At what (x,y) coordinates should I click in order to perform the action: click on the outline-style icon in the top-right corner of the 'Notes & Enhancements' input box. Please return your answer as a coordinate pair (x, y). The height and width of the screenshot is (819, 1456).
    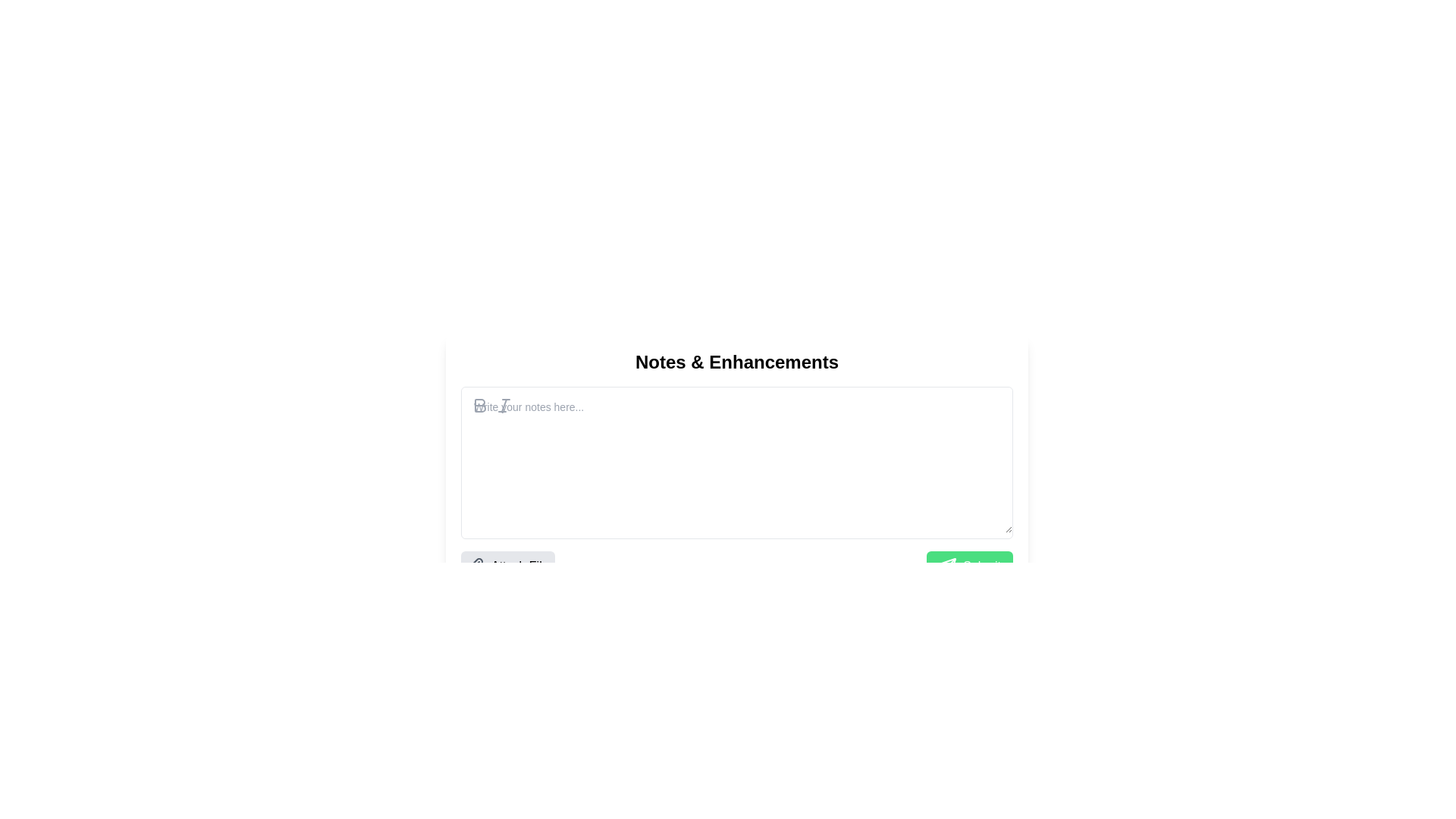
    Looking at the image, I should click on (479, 405).